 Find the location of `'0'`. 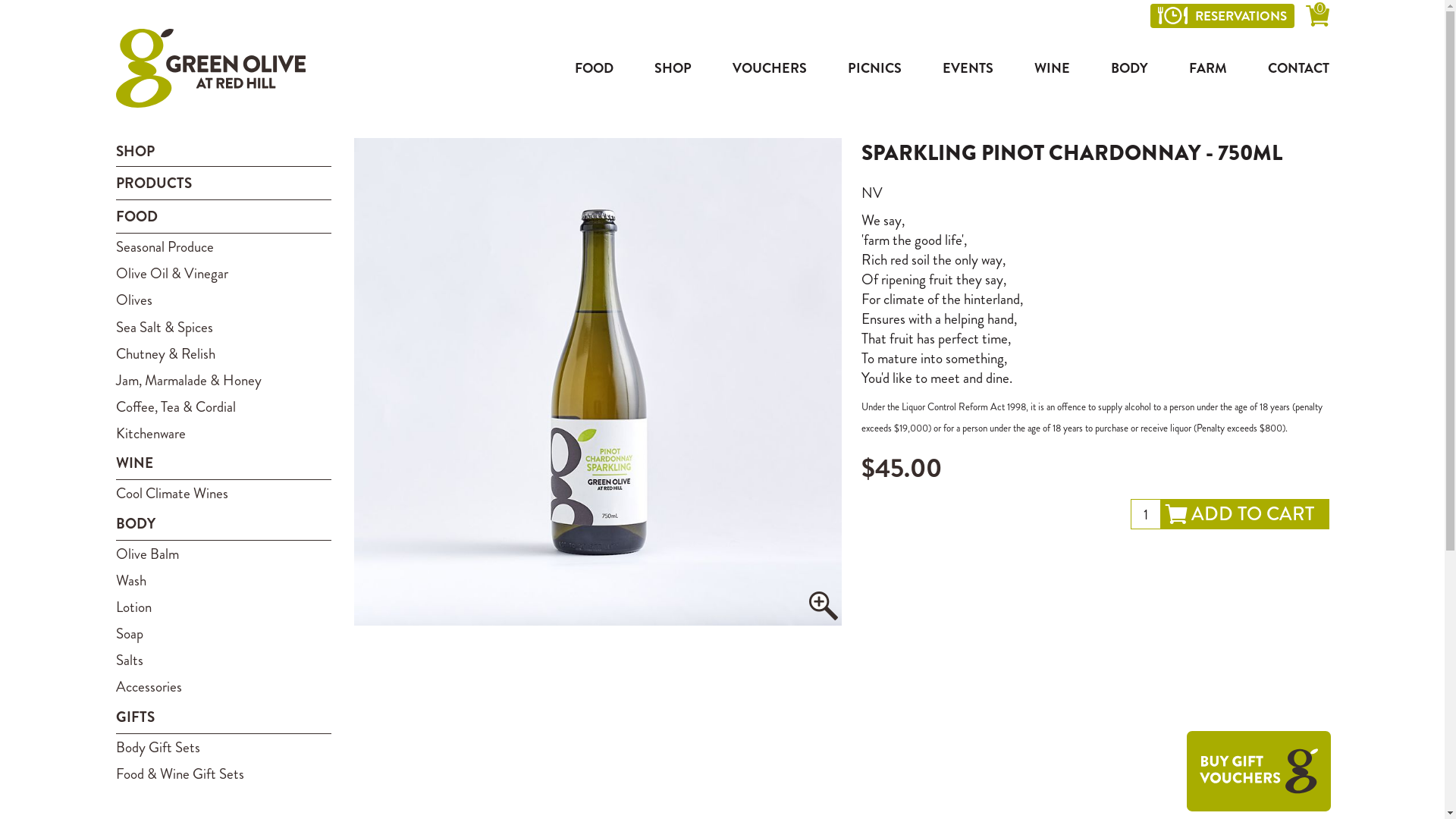

'0' is located at coordinates (1316, 18).